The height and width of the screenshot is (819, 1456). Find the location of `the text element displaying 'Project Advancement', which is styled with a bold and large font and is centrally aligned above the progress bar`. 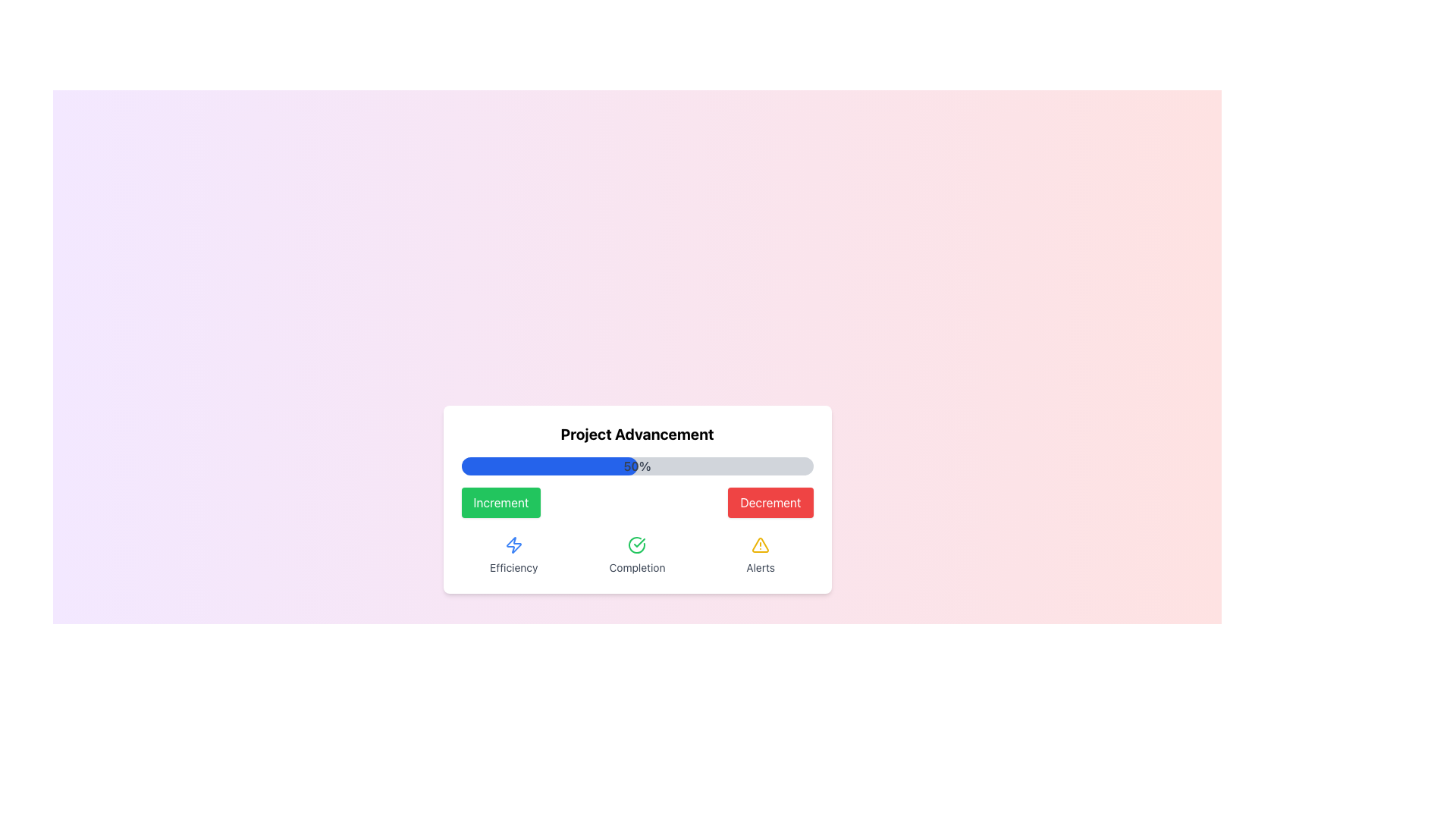

the text element displaying 'Project Advancement', which is styled with a bold and large font and is centrally aligned above the progress bar is located at coordinates (637, 435).